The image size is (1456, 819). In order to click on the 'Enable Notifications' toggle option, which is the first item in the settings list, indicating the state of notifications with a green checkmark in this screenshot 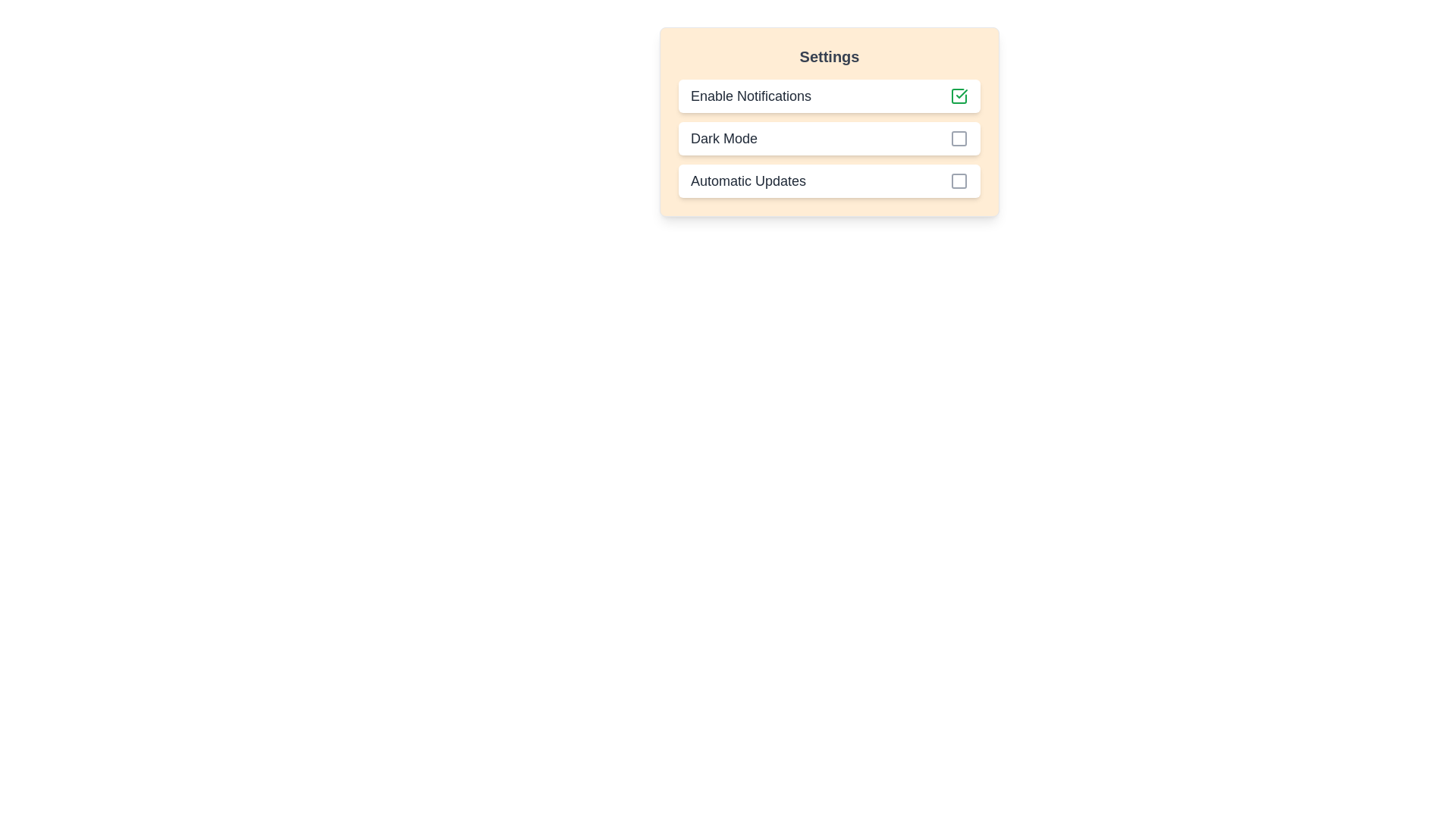, I will do `click(829, 96)`.